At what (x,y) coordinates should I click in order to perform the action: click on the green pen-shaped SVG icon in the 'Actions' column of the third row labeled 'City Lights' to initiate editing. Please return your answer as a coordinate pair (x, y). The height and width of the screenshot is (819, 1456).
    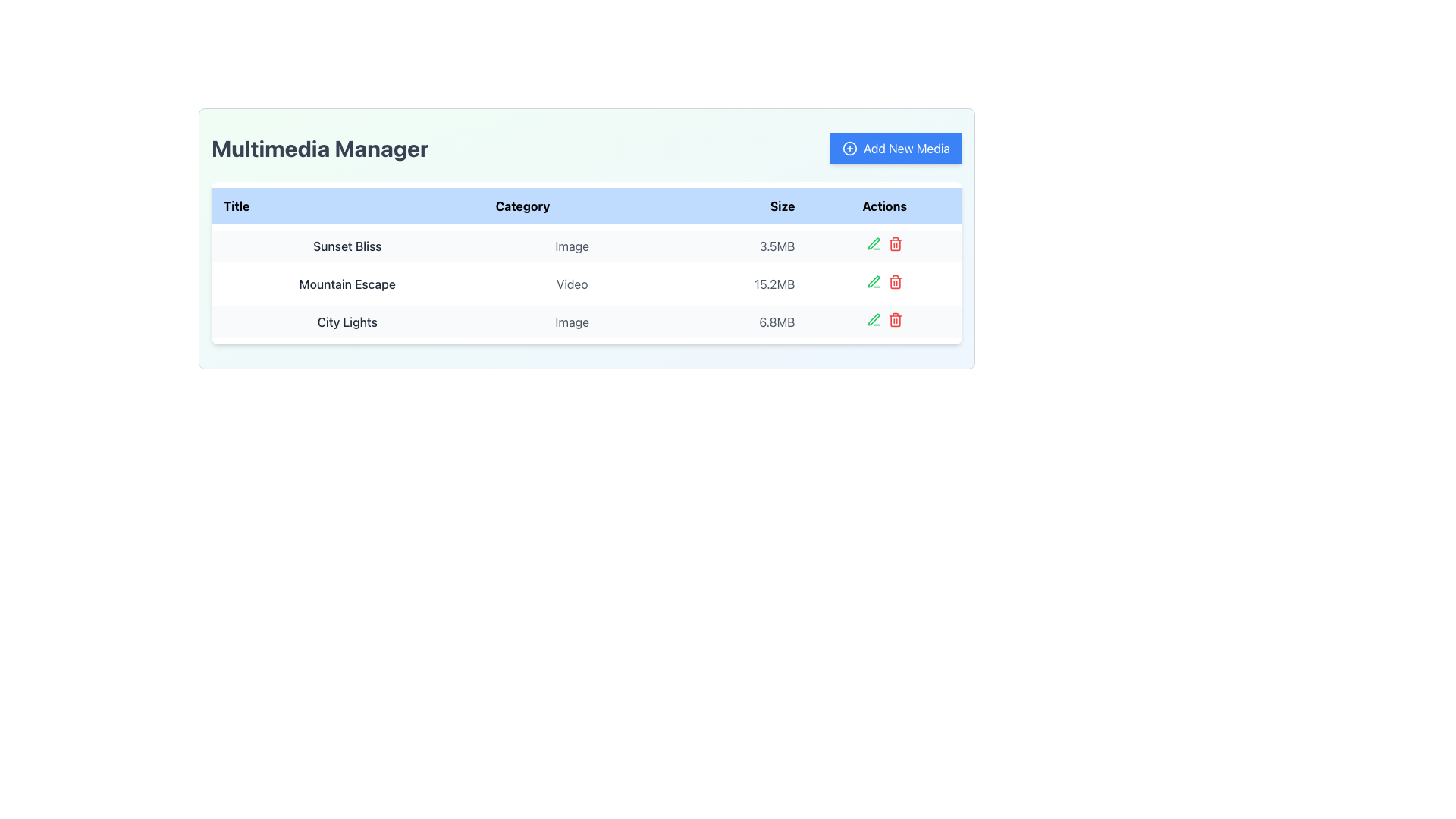
    Looking at the image, I should click on (874, 243).